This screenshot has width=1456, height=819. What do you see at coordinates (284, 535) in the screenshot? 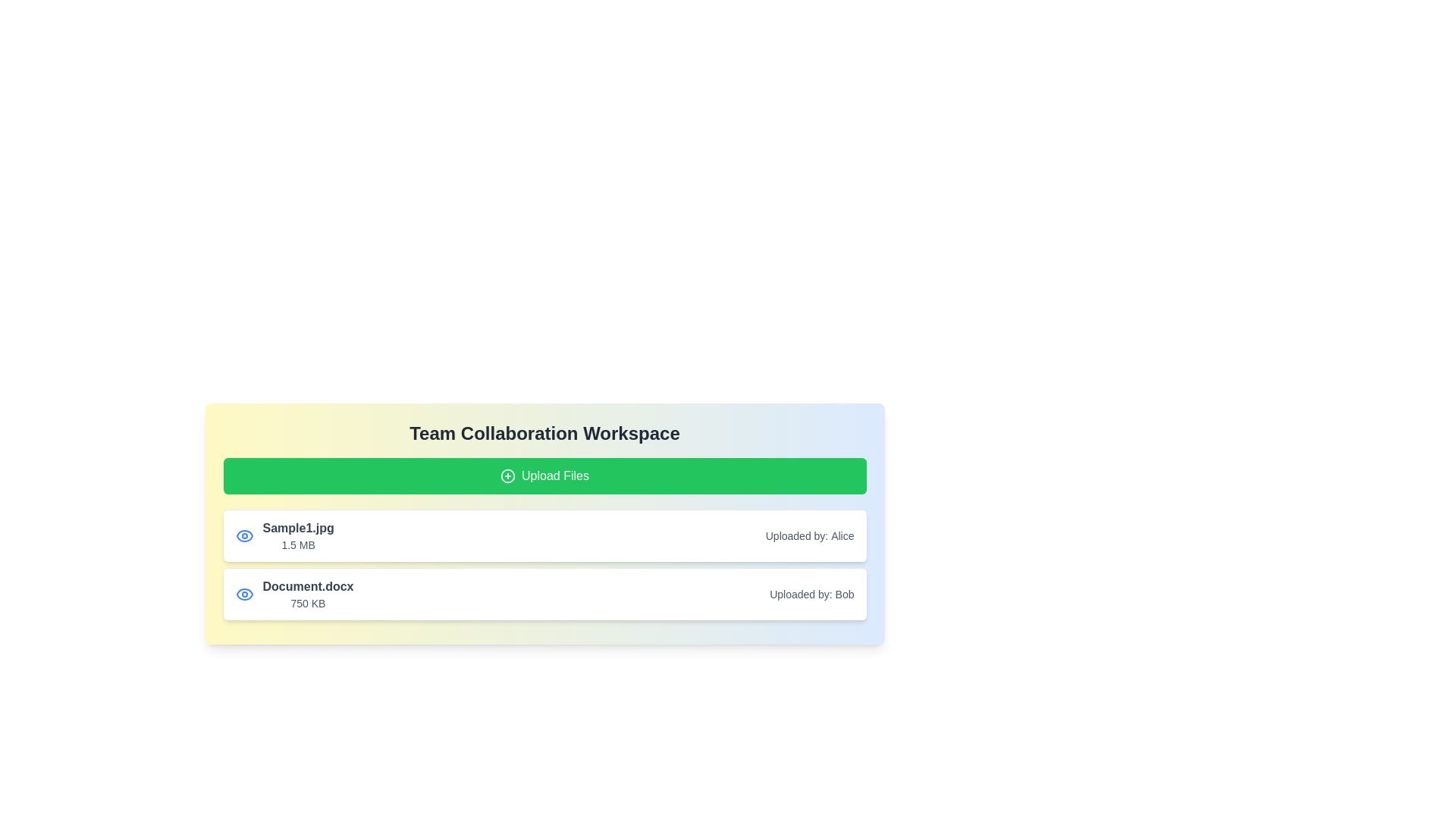
I see `the file entry display group that shows the filename 'Sample1.jpg'` at bounding box center [284, 535].